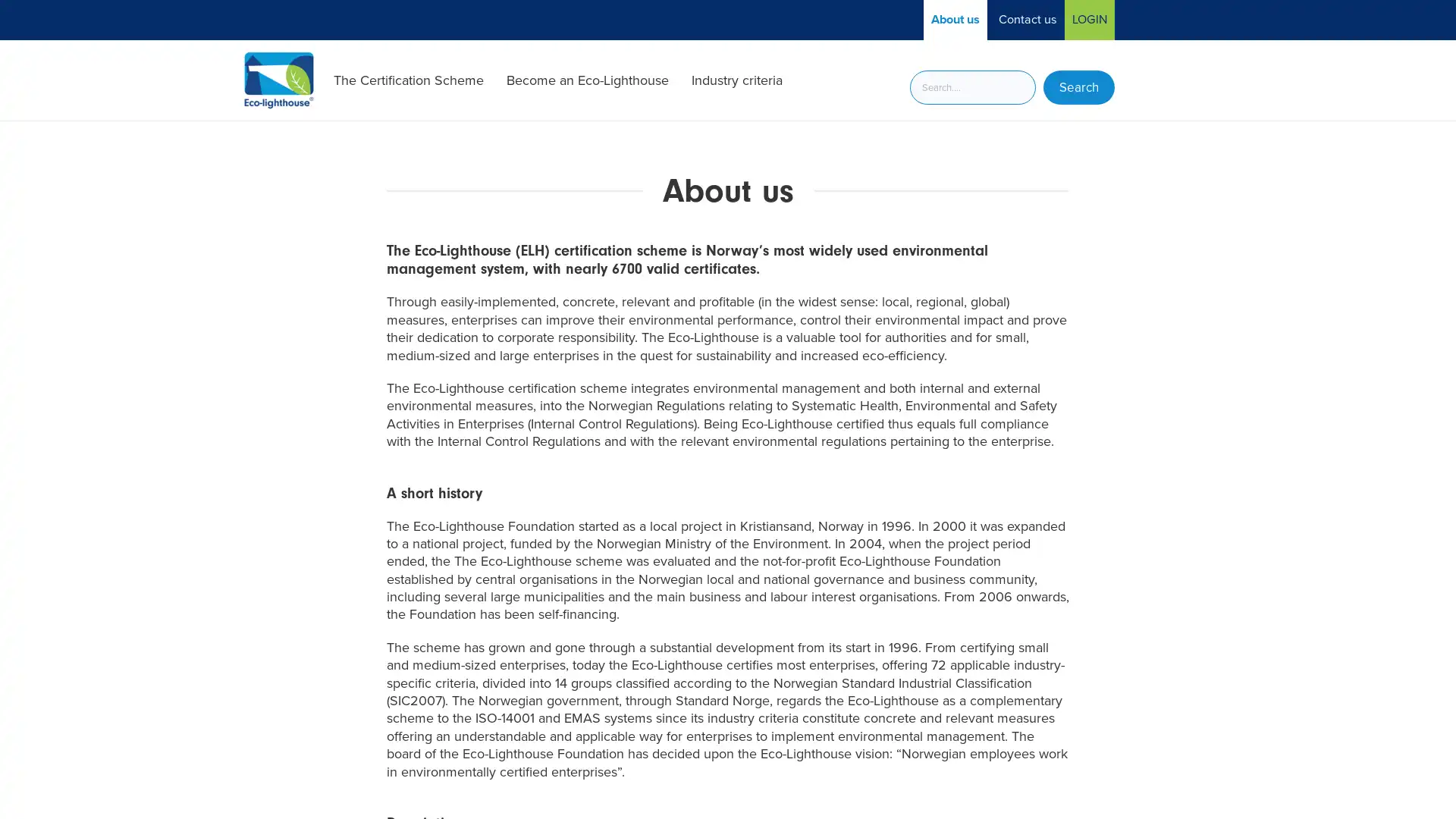 The image size is (1456, 819). I want to click on Search, so click(1078, 87).